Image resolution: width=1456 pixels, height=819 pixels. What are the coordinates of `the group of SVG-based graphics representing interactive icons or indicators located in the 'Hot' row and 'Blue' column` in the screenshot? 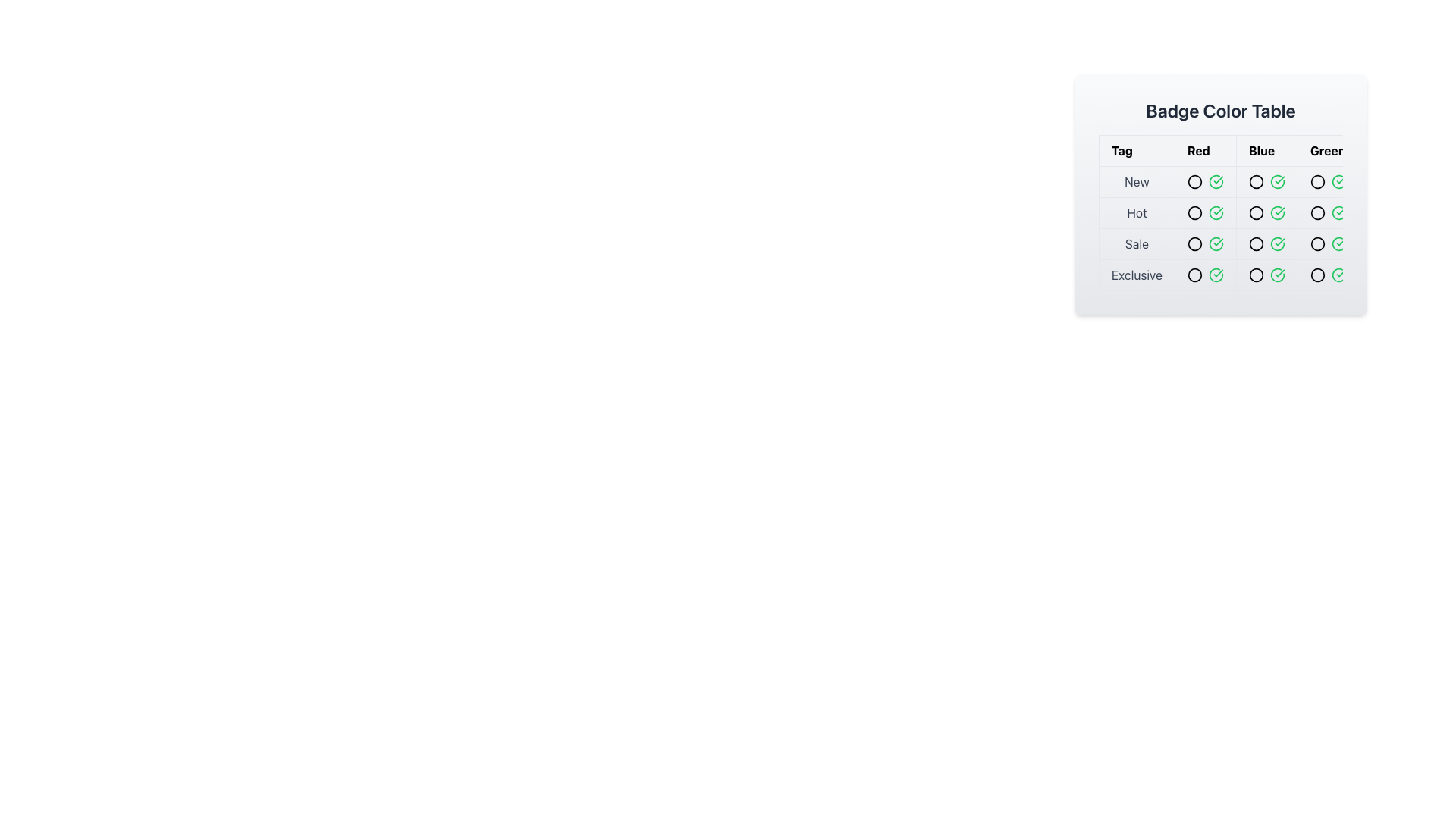 It's located at (1266, 213).